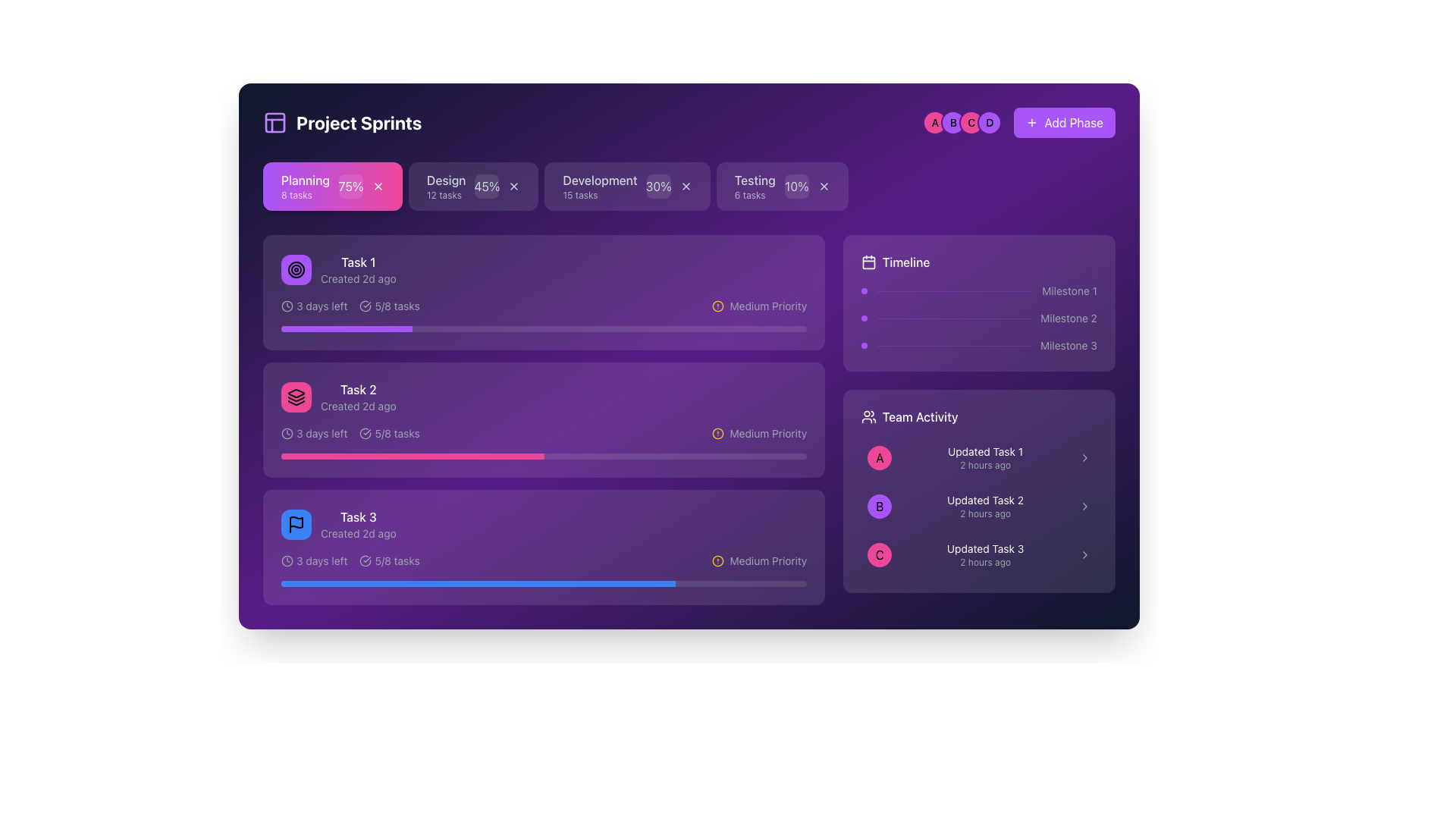 The height and width of the screenshot is (819, 1456). Describe the element at coordinates (357, 533) in the screenshot. I see `the light gray text label displaying 'Created 2d ago' located beneath the 'Task 3' title in the 'Task 3' card` at that location.